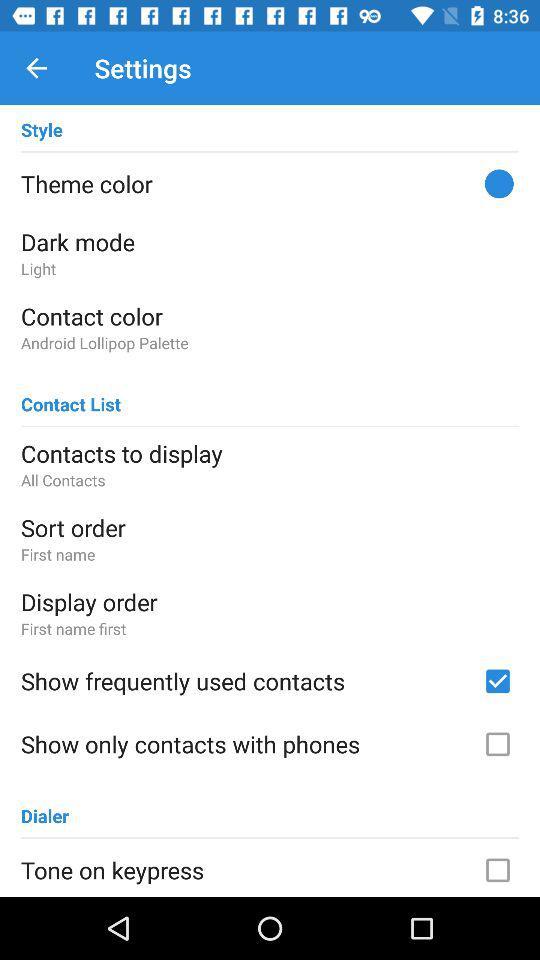 The height and width of the screenshot is (960, 540). Describe the element at coordinates (270, 241) in the screenshot. I see `the dark mode` at that location.